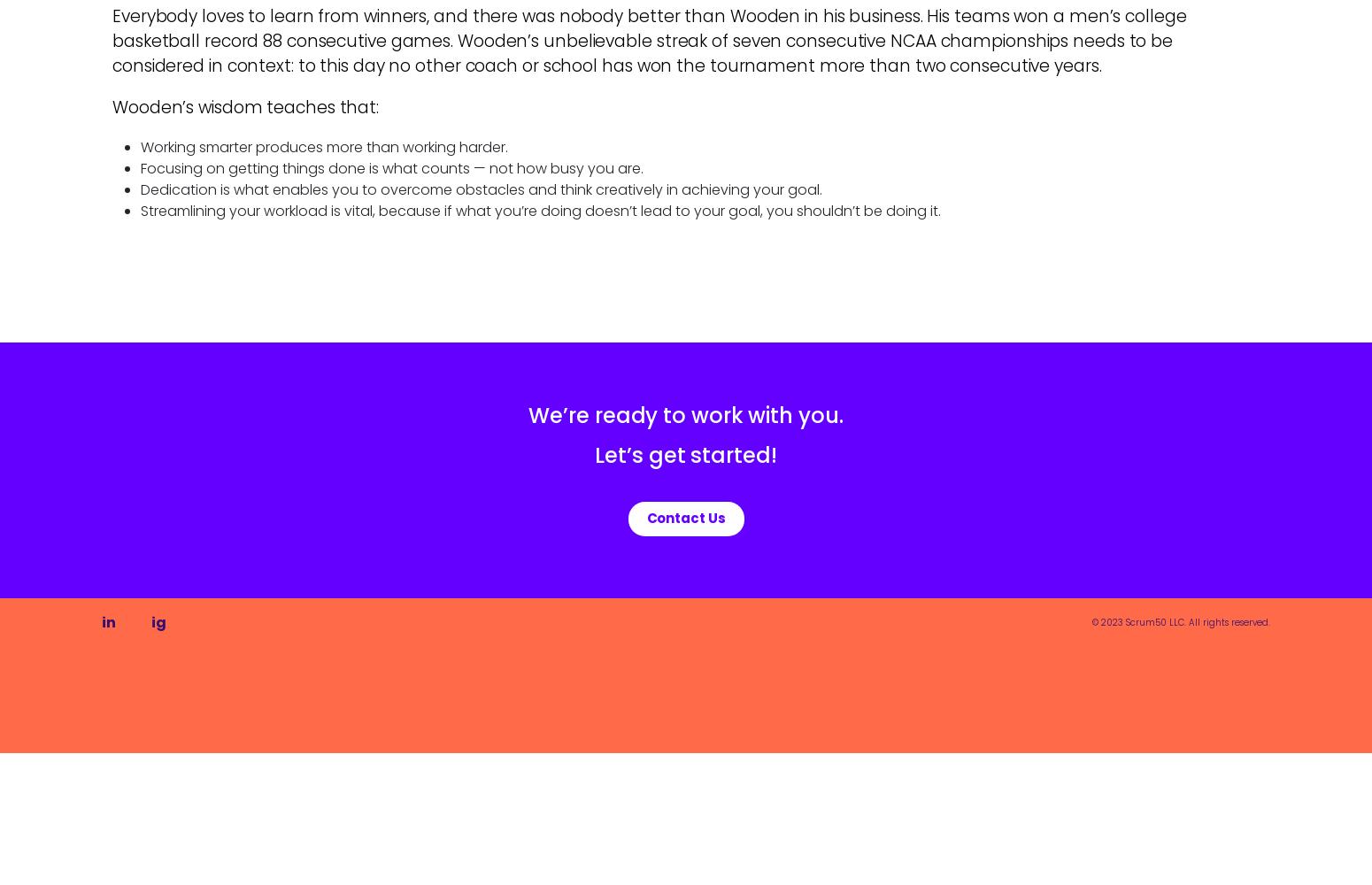  I want to click on 'We’re ready to work with you.', so click(685, 414).